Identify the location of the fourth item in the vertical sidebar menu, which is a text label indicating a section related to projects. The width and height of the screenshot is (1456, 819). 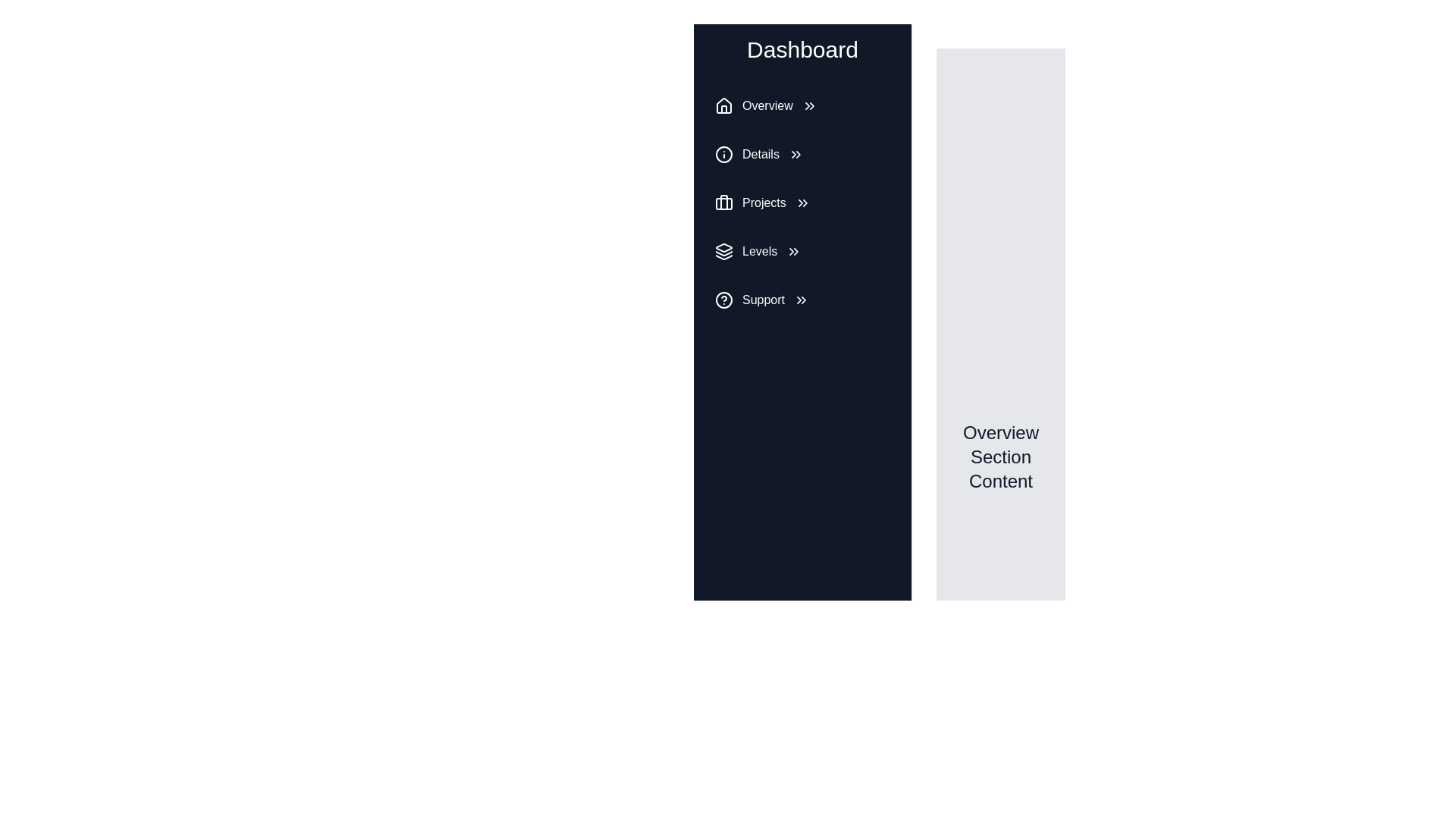
(764, 202).